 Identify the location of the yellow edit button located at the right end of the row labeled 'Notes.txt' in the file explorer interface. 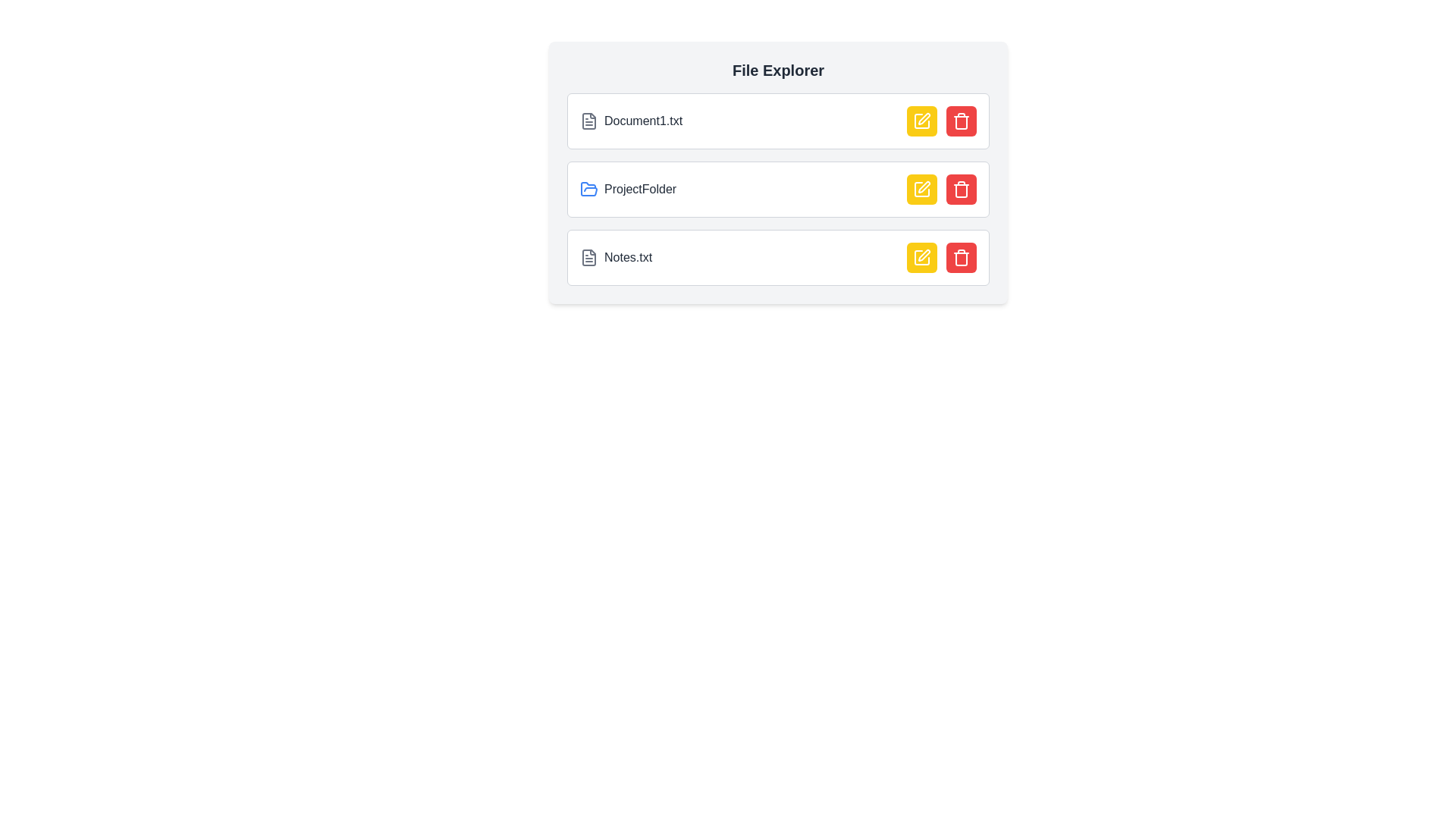
(941, 256).